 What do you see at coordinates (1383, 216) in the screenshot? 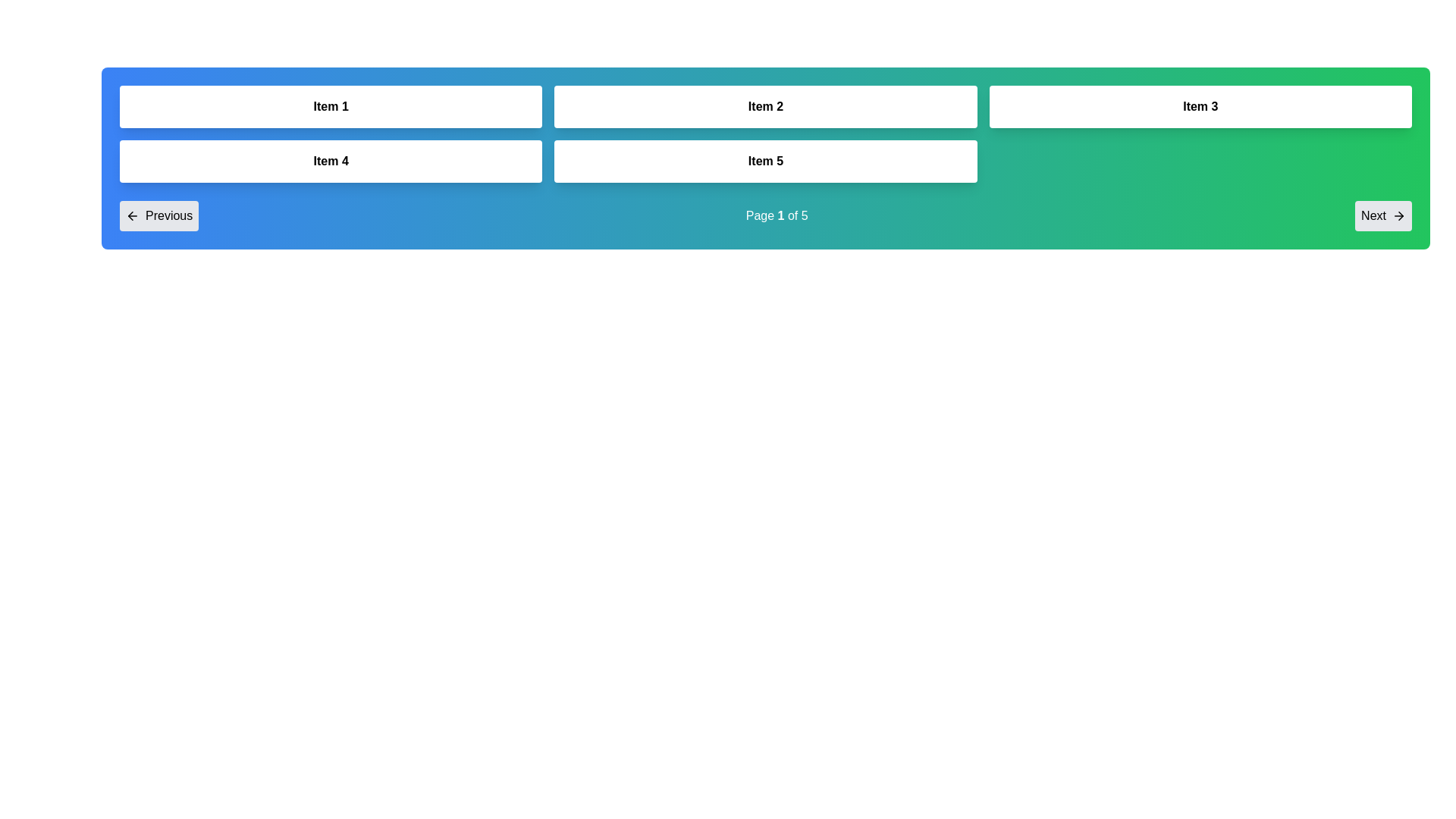
I see `the 'Next' button with rounded corners and a light gray background` at bounding box center [1383, 216].